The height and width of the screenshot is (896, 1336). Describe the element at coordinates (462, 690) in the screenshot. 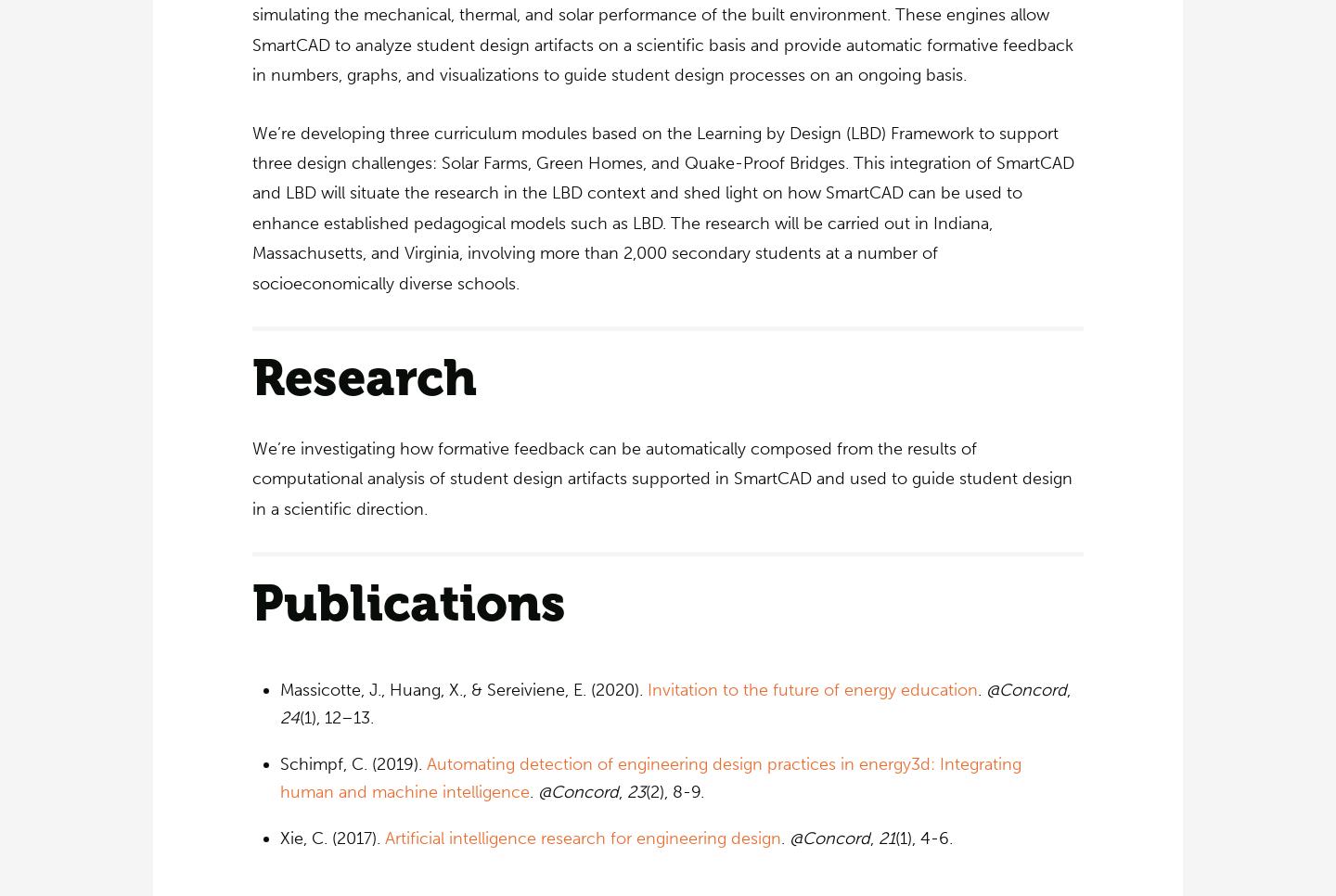

I see `'Massicotte, J., Huang, X.,  & Sereiviene, E. (2020).'` at that location.